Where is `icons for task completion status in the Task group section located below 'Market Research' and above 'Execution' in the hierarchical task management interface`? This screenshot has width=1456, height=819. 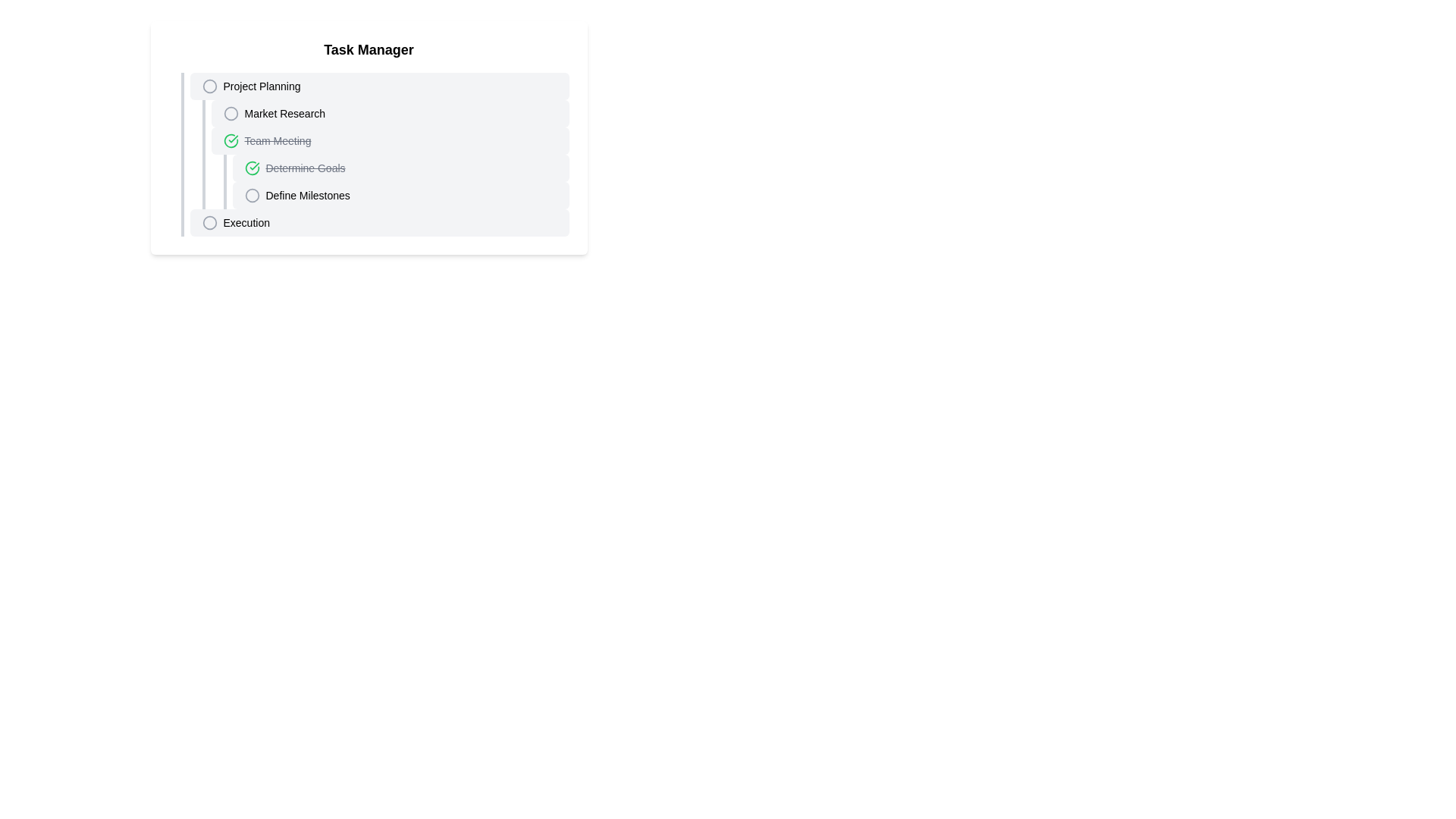
icons for task completion status in the Task group section located below 'Market Research' and above 'Execution' in the hierarchical task management interface is located at coordinates (385, 168).